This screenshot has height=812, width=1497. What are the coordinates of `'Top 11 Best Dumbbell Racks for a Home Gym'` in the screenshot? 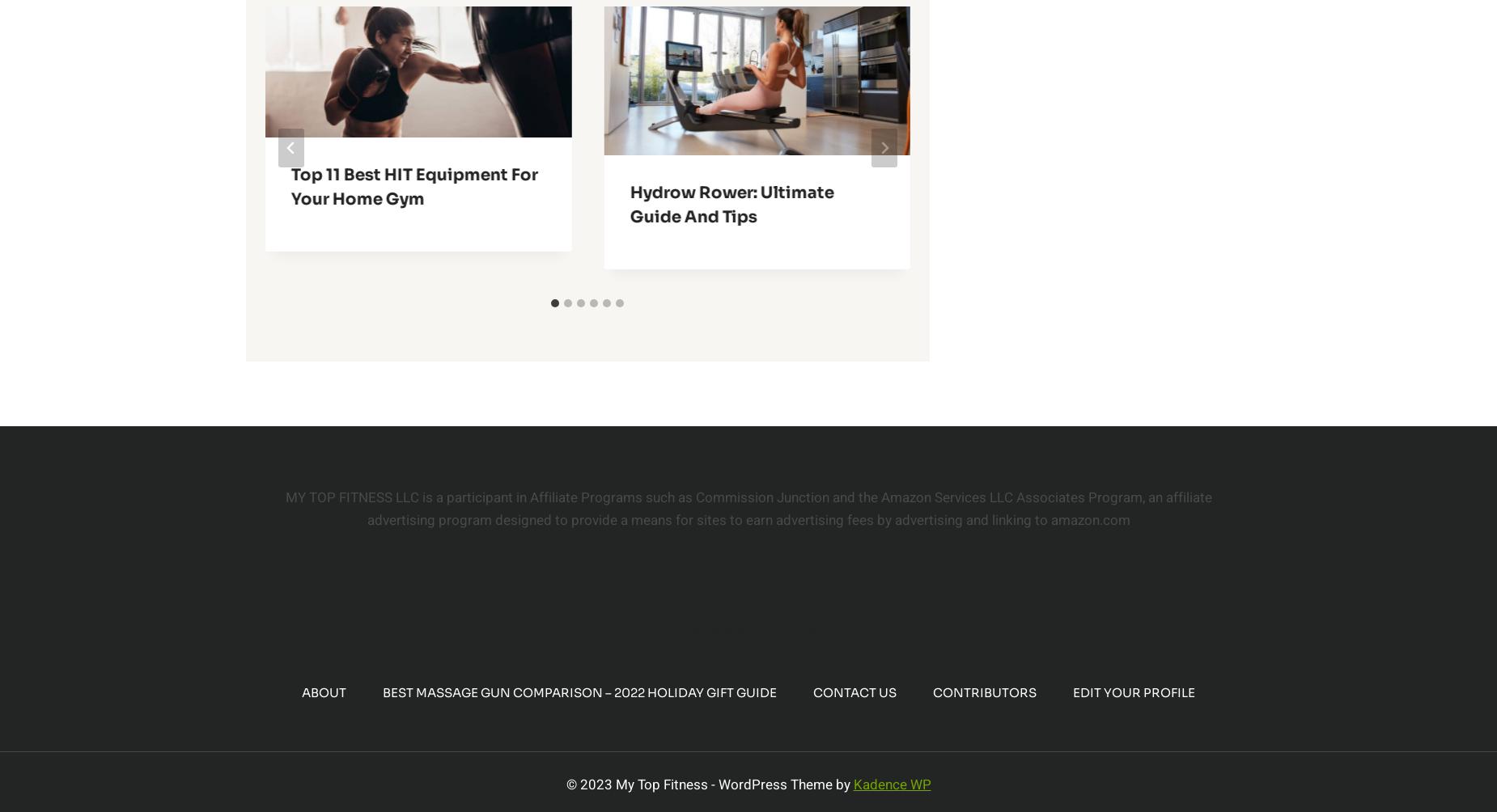 It's located at (1081, 203).